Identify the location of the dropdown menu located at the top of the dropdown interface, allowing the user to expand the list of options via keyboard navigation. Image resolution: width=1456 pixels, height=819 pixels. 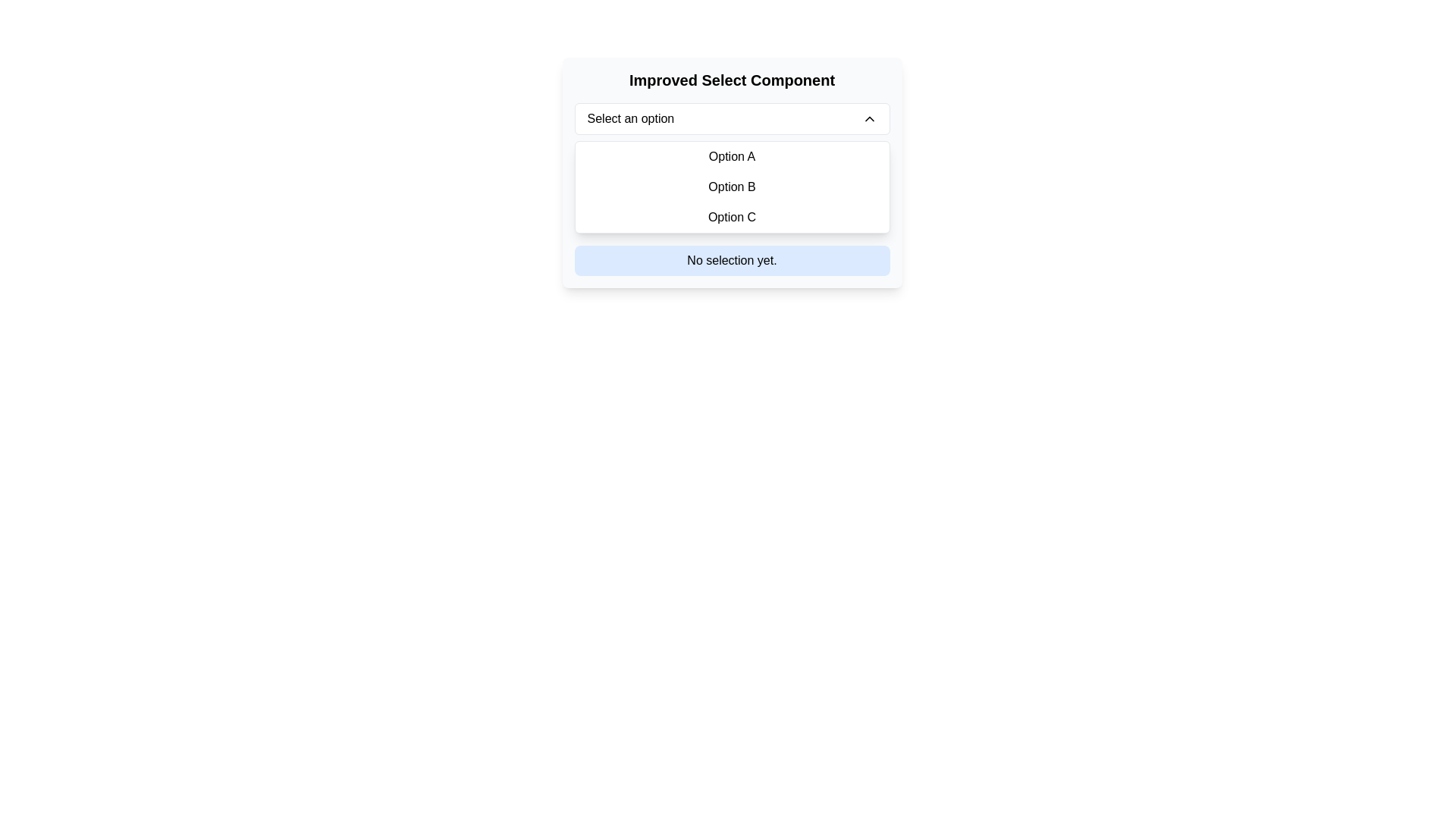
(732, 118).